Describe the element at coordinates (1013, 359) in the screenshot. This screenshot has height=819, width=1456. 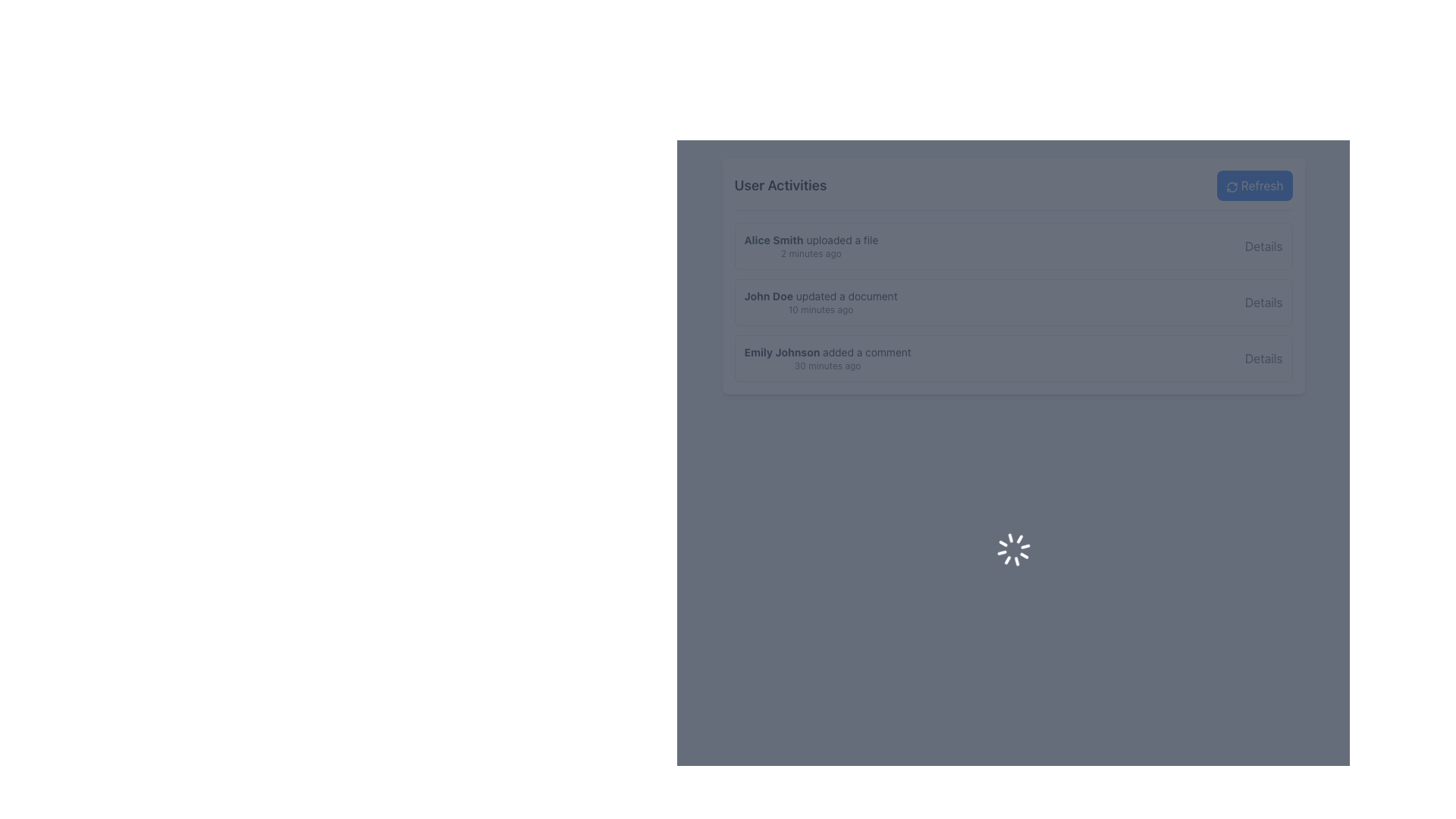
I see `the list item entry containing 'Emily Johnson', 'added a comment', and '30 minutes ago', located in the third position of the user activity list` at that location.